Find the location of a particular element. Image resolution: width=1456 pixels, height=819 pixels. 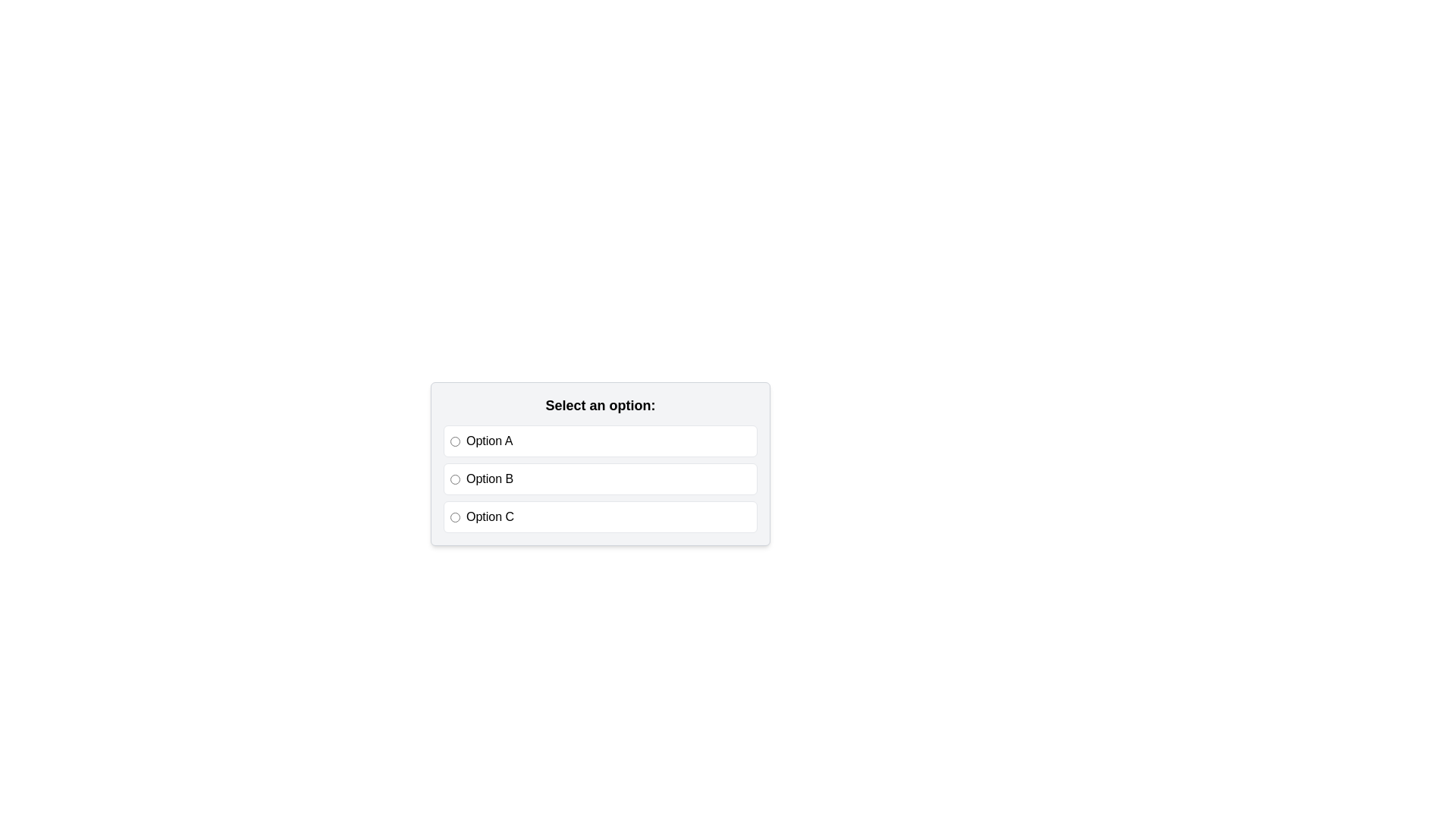

the 'Option B' radio button is located at coordinates (600, 479).